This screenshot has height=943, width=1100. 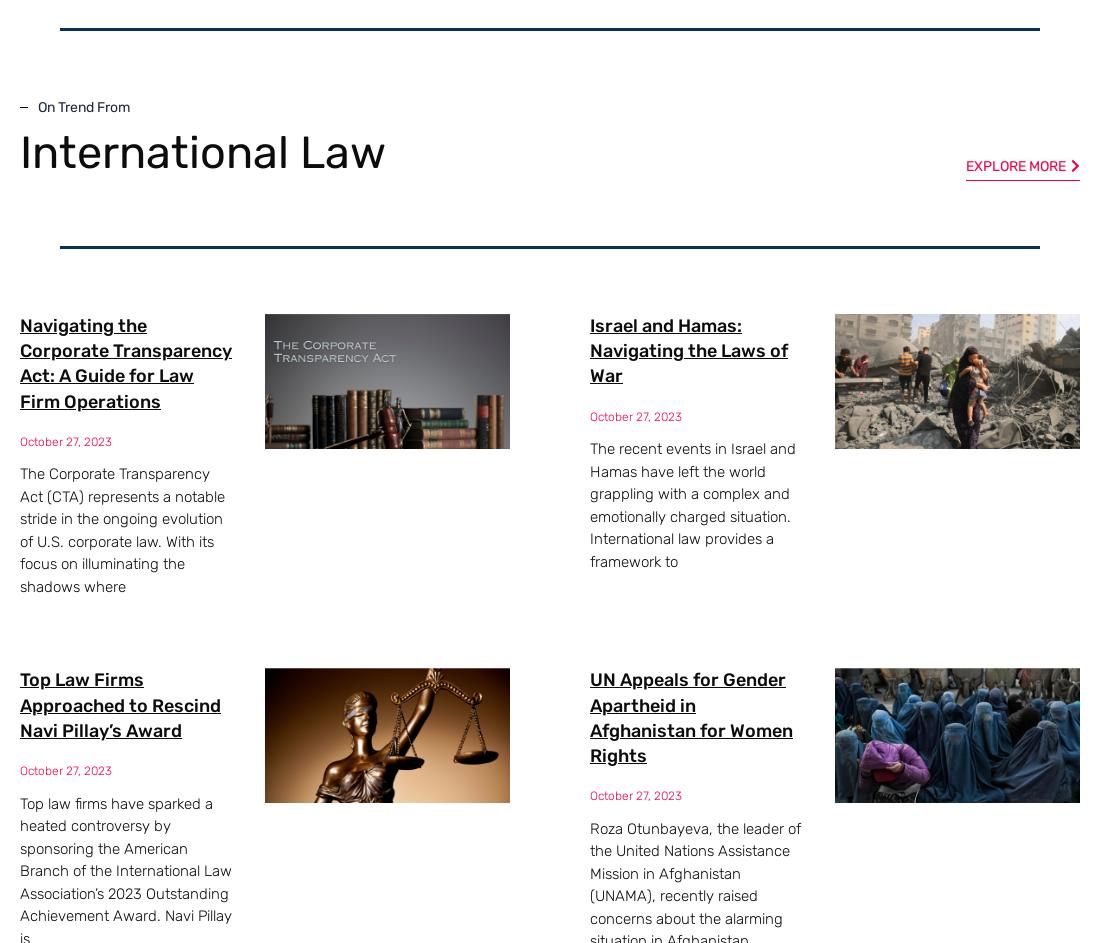 I want to click on 'Top Law Firms Approached to Rescind Navi Pillay’s Award', so click(x=19, y=703).